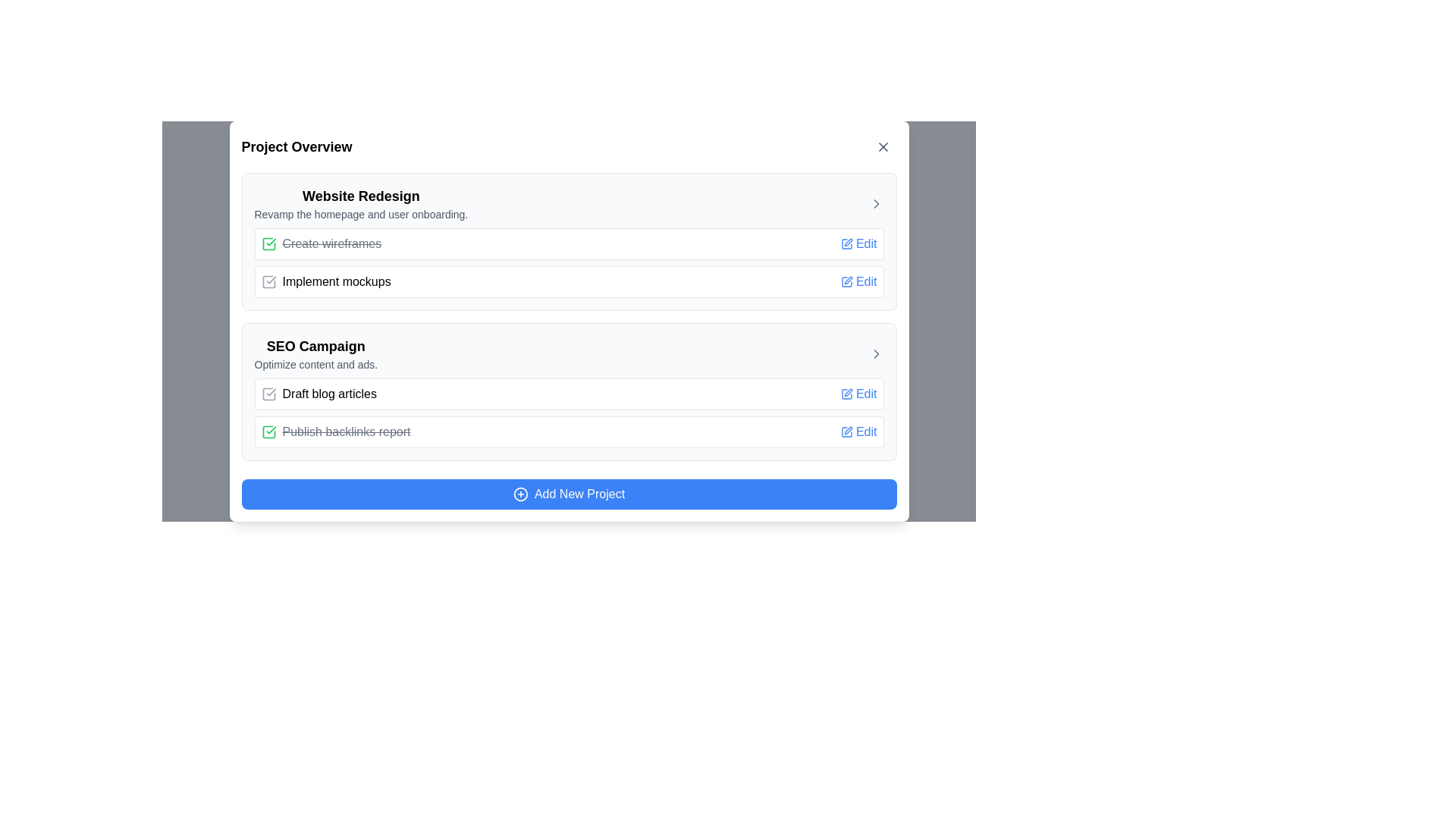  I want to click on the Chevron icon located on the right side of the 'SEO Campaign' section header, so click(876, 353).